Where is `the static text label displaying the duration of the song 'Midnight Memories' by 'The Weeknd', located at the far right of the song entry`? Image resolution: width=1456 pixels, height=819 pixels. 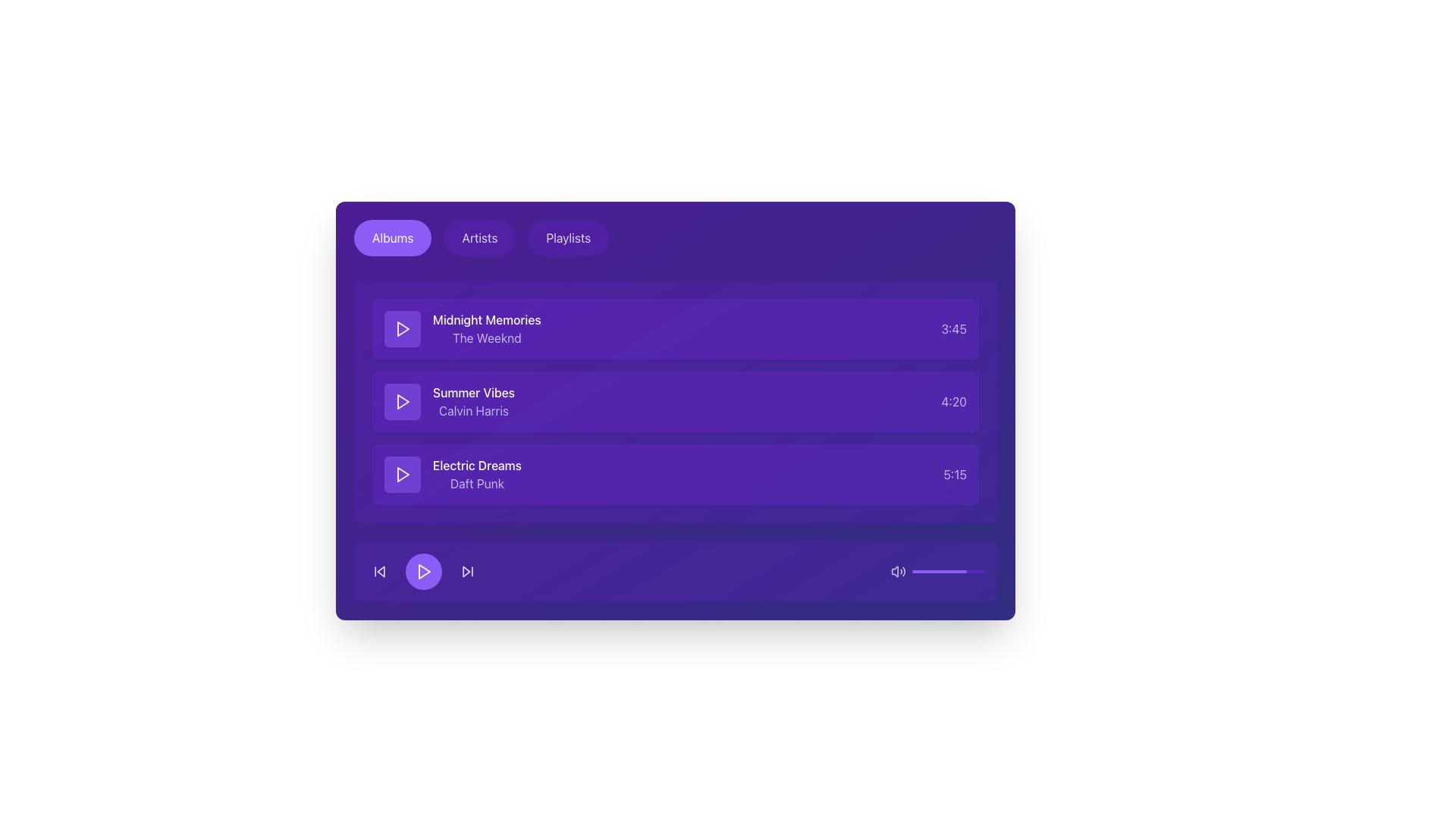
the static text label displaying the duration of the song 'Midnight Memories' by 'The Weeknd', located at the far right of the song entry is located at coordinates (953, 328).